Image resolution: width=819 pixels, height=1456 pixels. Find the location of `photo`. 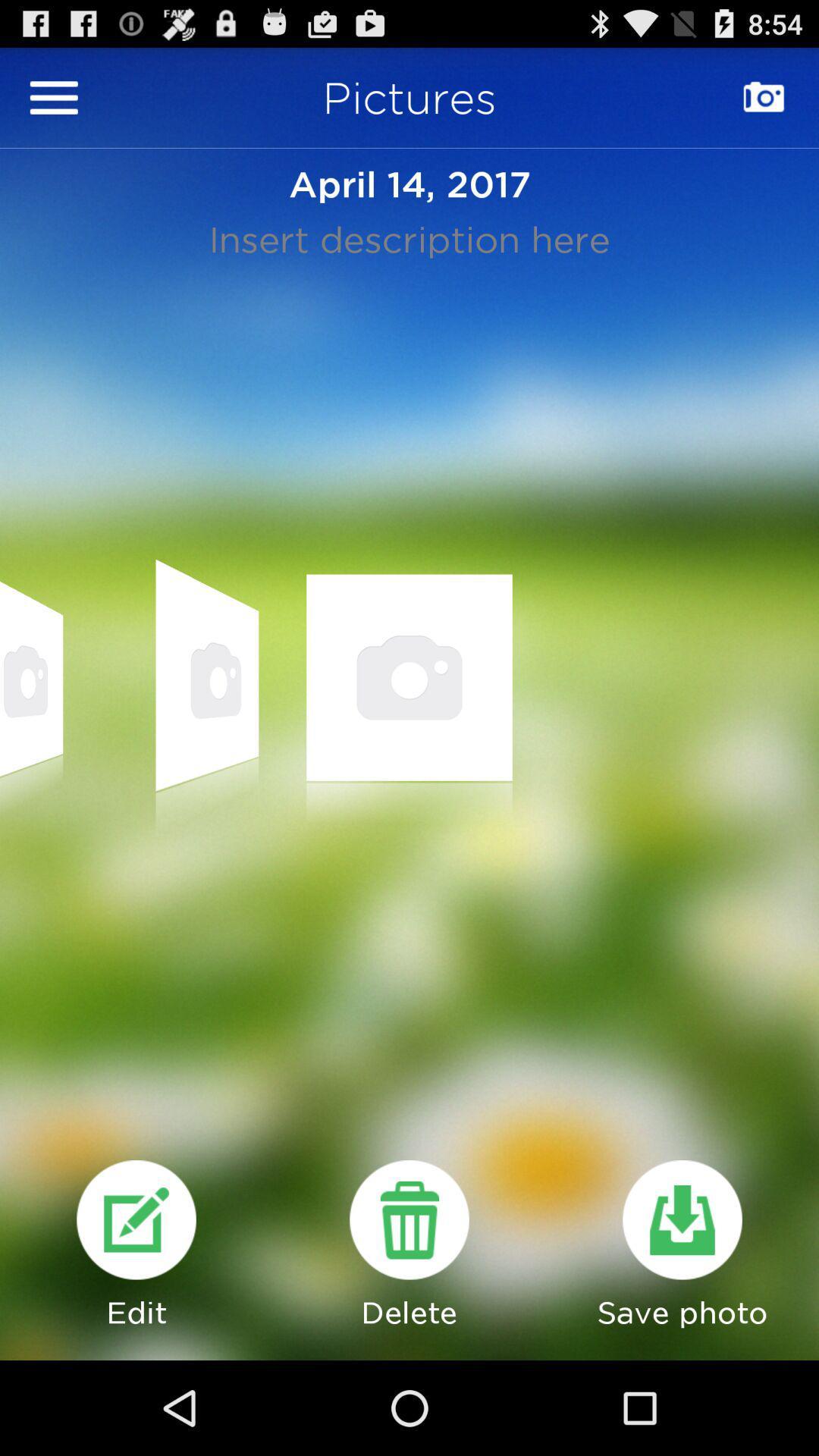

photo is located at coordinates (681, 1219).